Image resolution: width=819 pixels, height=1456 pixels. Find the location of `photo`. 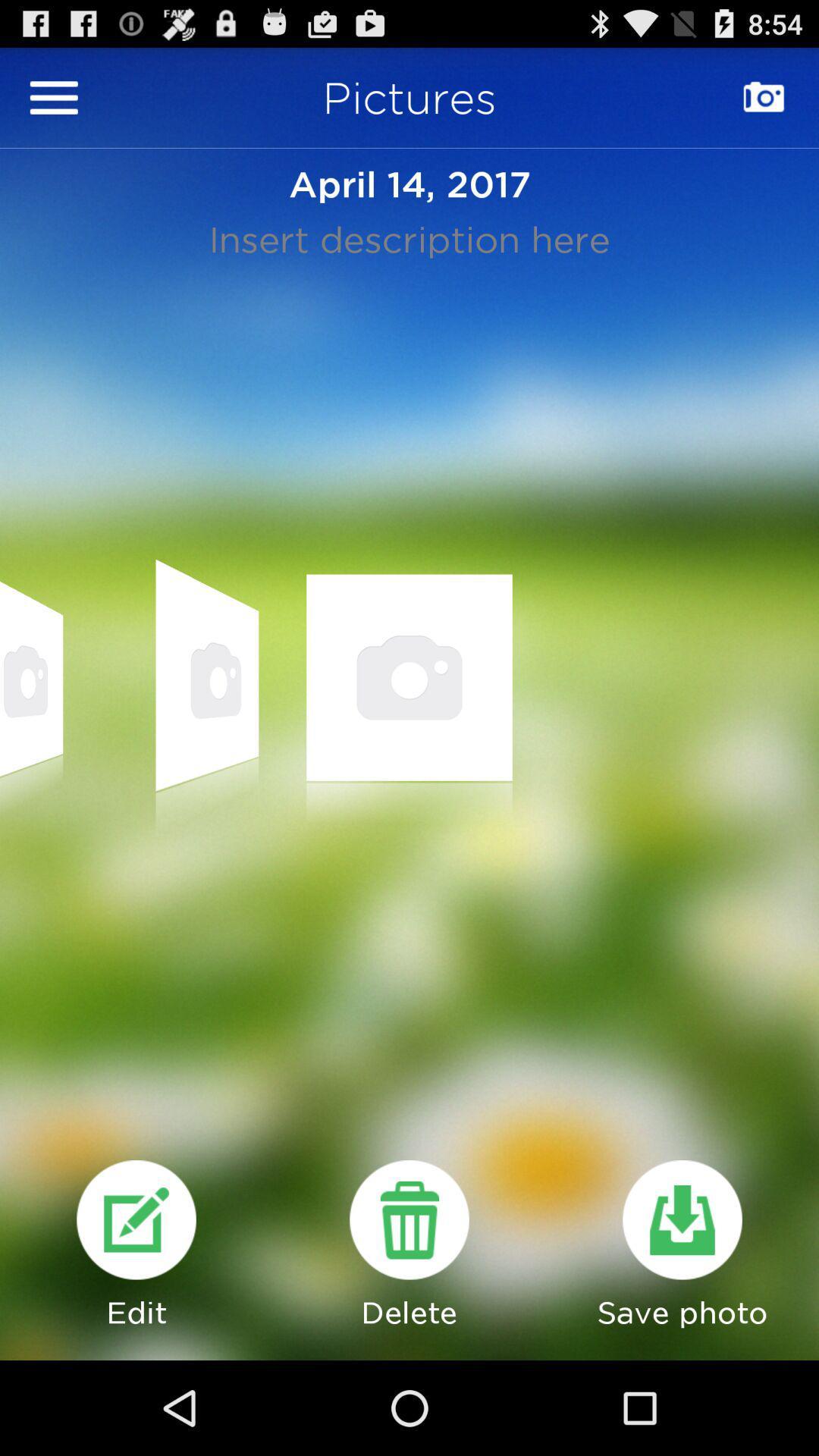

photo is located at coordinates (681, 1219).